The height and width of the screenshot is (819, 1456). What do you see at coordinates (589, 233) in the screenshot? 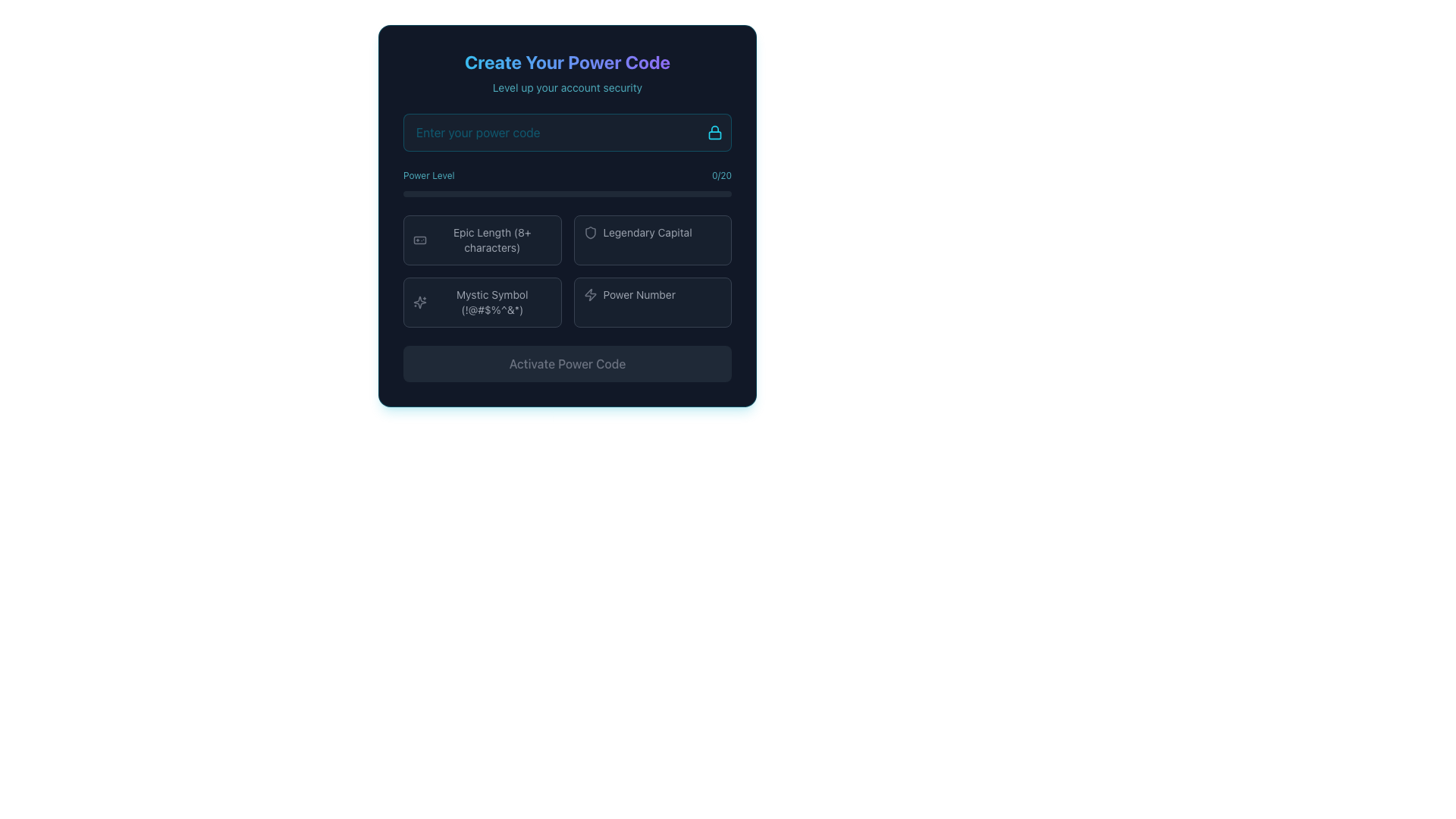
I see `the icon associated with the 'Legendary Capital' option located in the top-right corner of the button row for interaction` at bounding box center [589, 233].